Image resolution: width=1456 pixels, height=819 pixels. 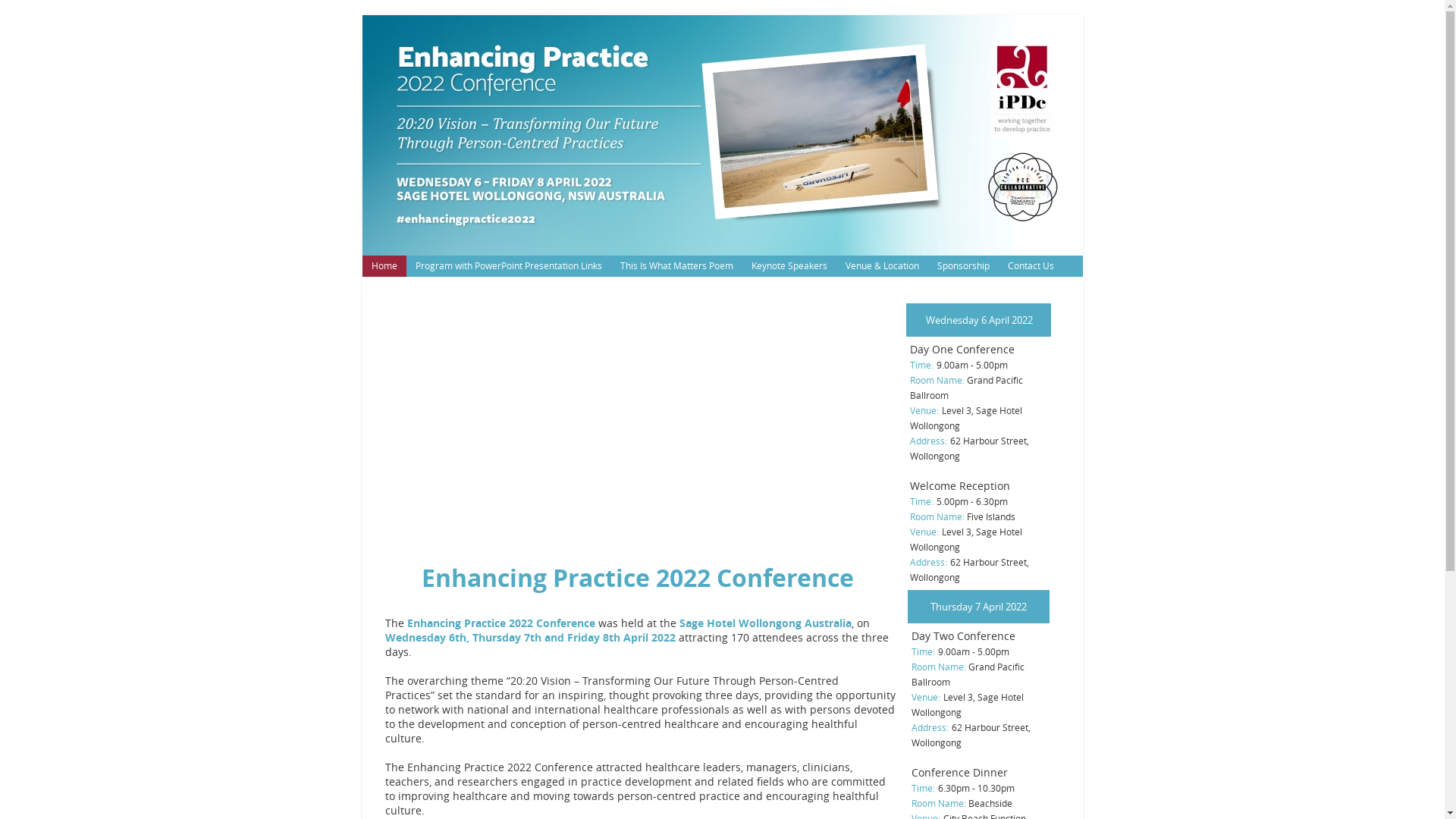 I want to click on 'Contact Us', so click(x=1030, y=265).